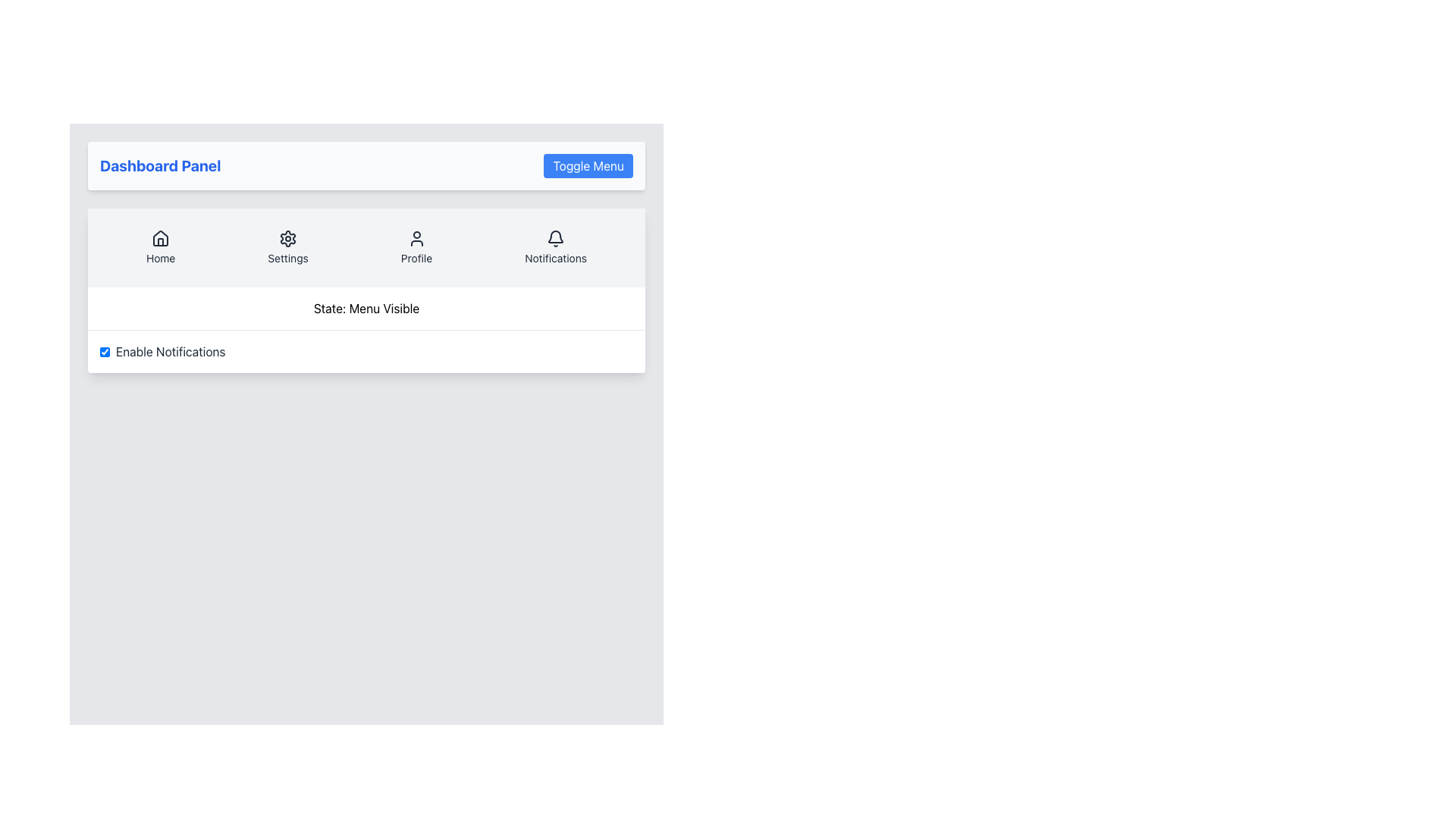 This screenshot has width=1456, height=819. I want to click on the bell icon associated with notifications, located at the top right of the menu bar above the 'Notifications' text label, so click(555, 239).